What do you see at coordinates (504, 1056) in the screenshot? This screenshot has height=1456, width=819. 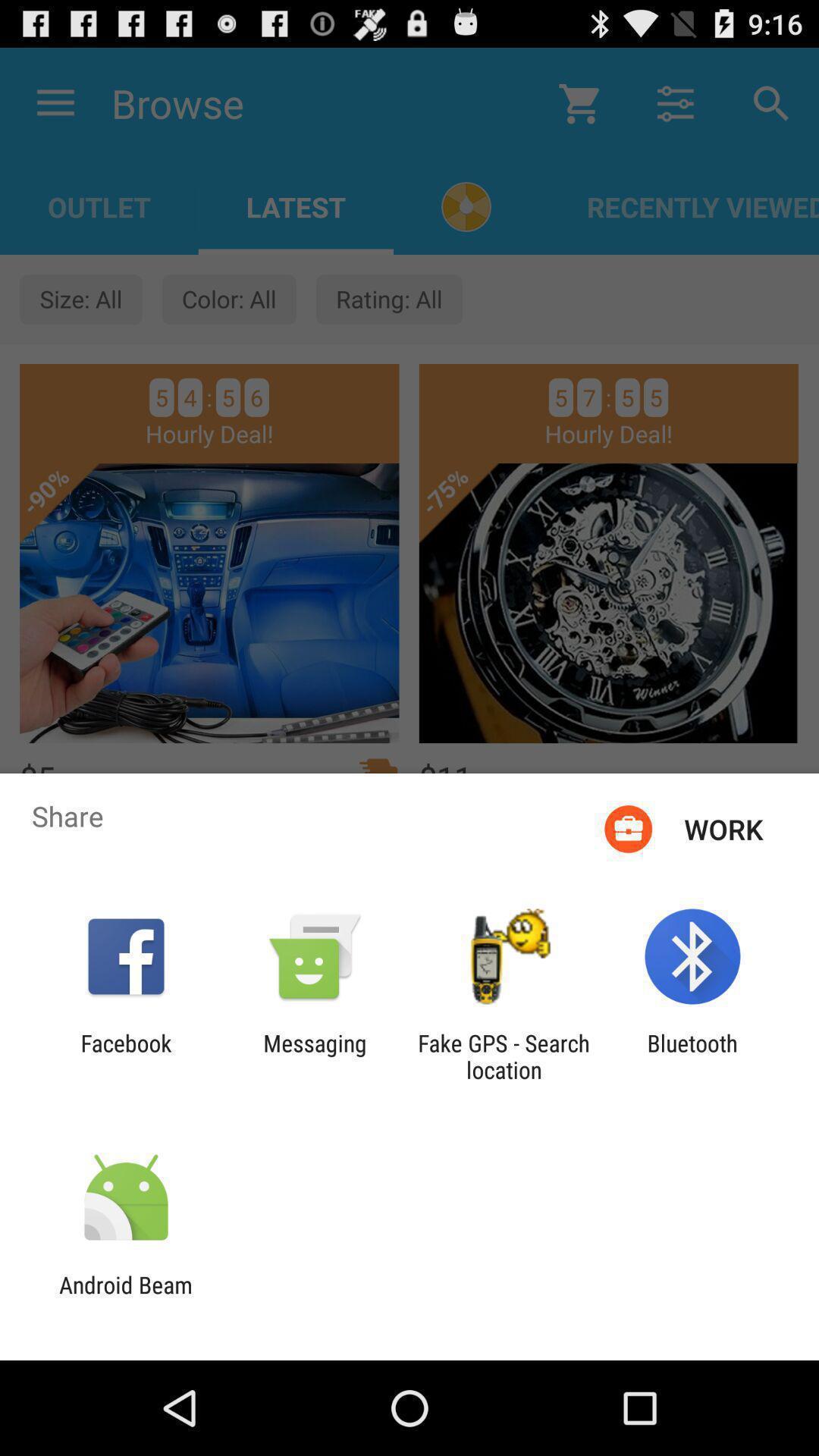 I see `the fake gps search app` at bounding box center [504, 1056].